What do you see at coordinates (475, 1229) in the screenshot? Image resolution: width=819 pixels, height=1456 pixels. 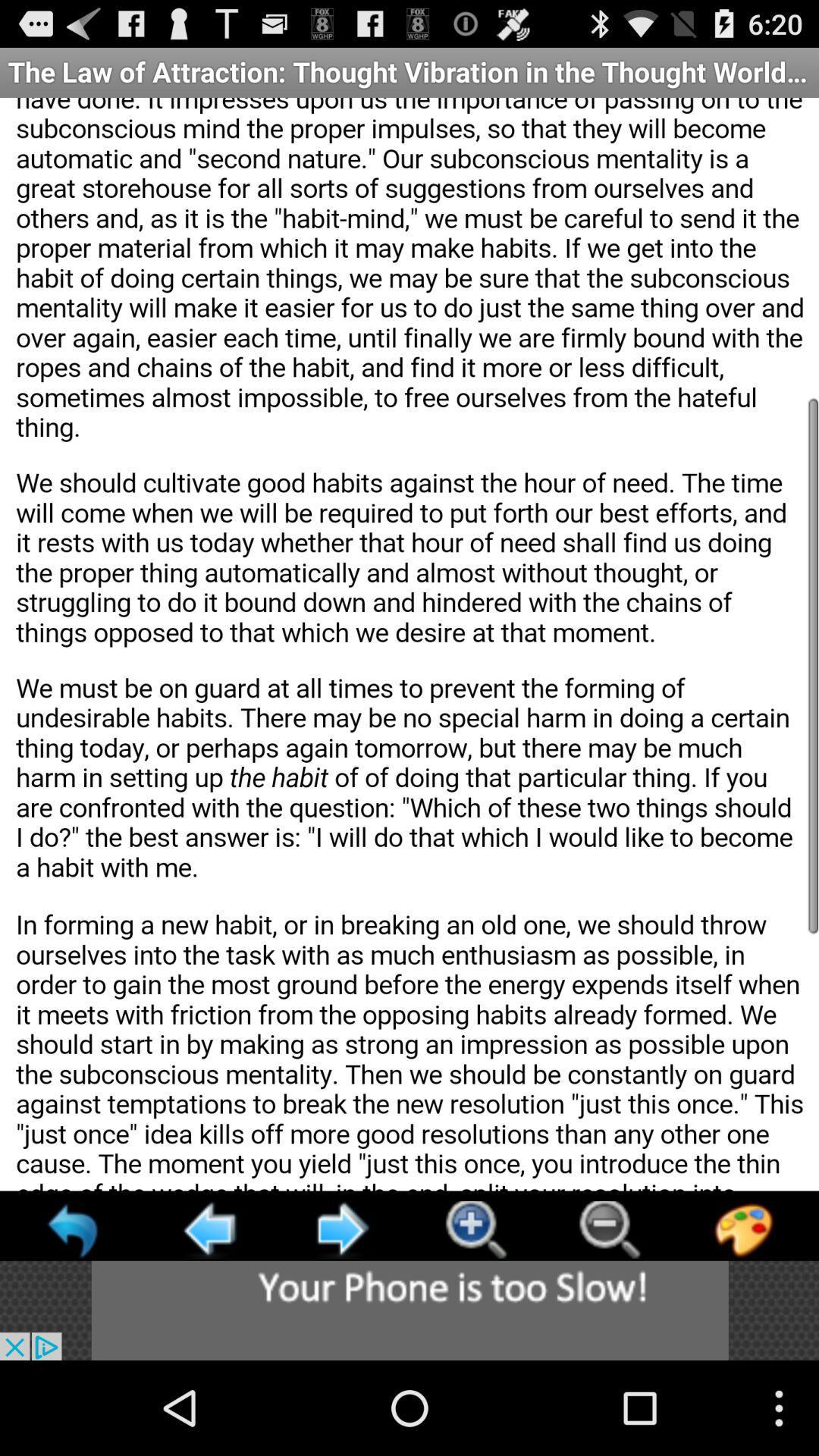 I see `zoom` at bounding box center [475, 1229].